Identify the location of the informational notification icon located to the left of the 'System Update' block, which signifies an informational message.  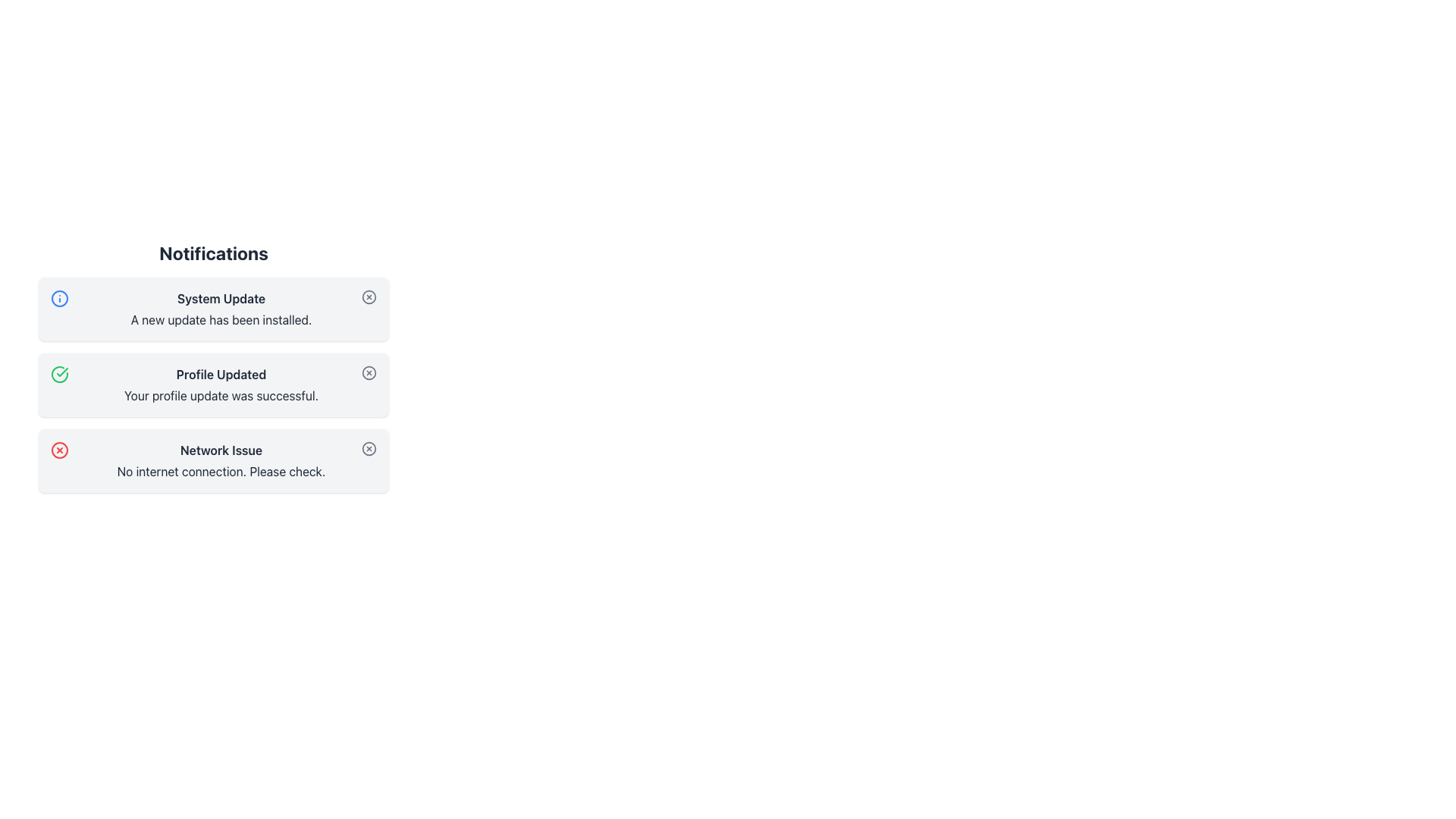
(59, 298).